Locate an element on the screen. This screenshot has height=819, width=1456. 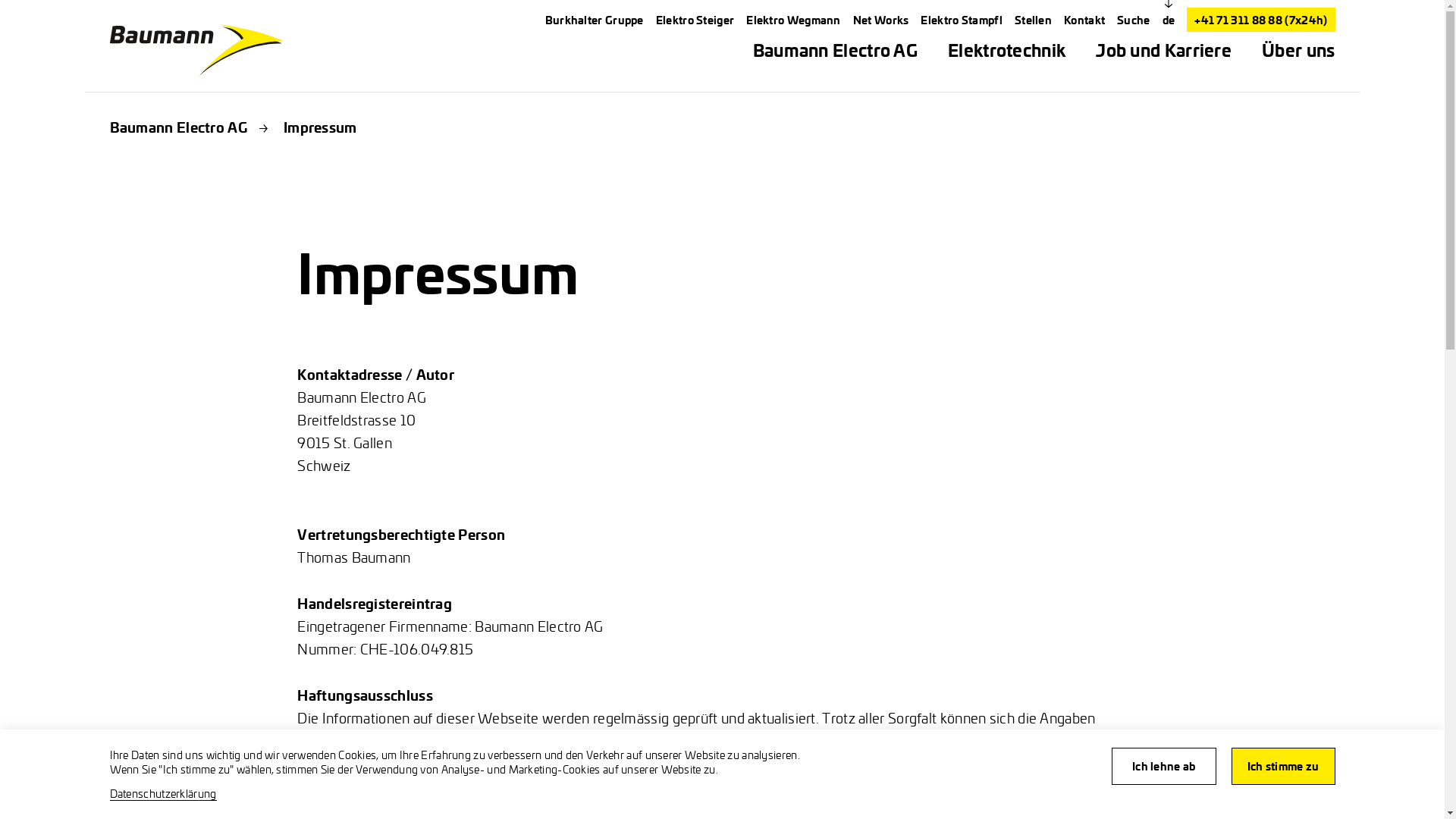
'Elektro Steiger' is located at coordinates (694, 20).